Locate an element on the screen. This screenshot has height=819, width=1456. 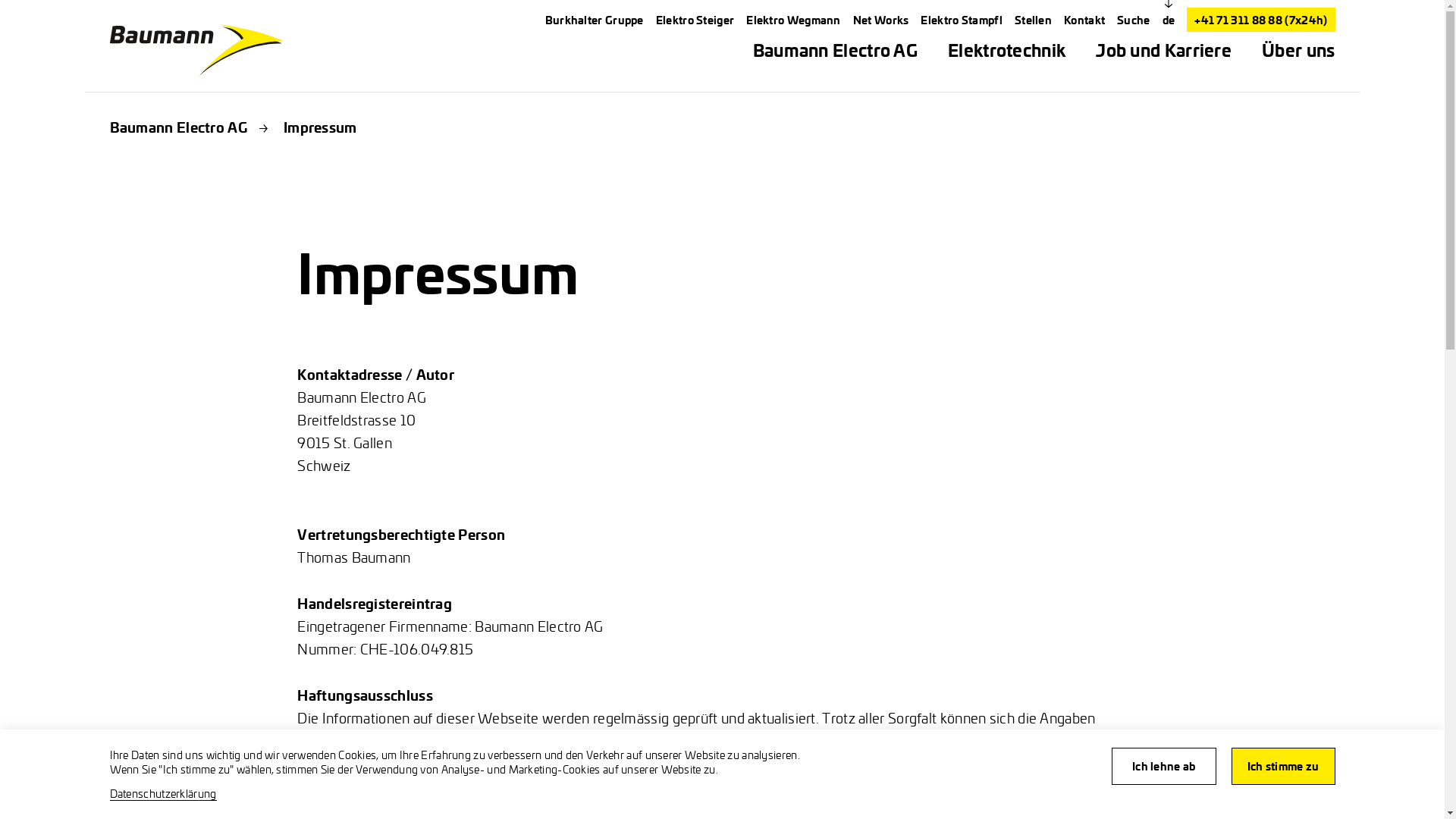
'Elektro Steiger' is located at coordinates (694, 20).